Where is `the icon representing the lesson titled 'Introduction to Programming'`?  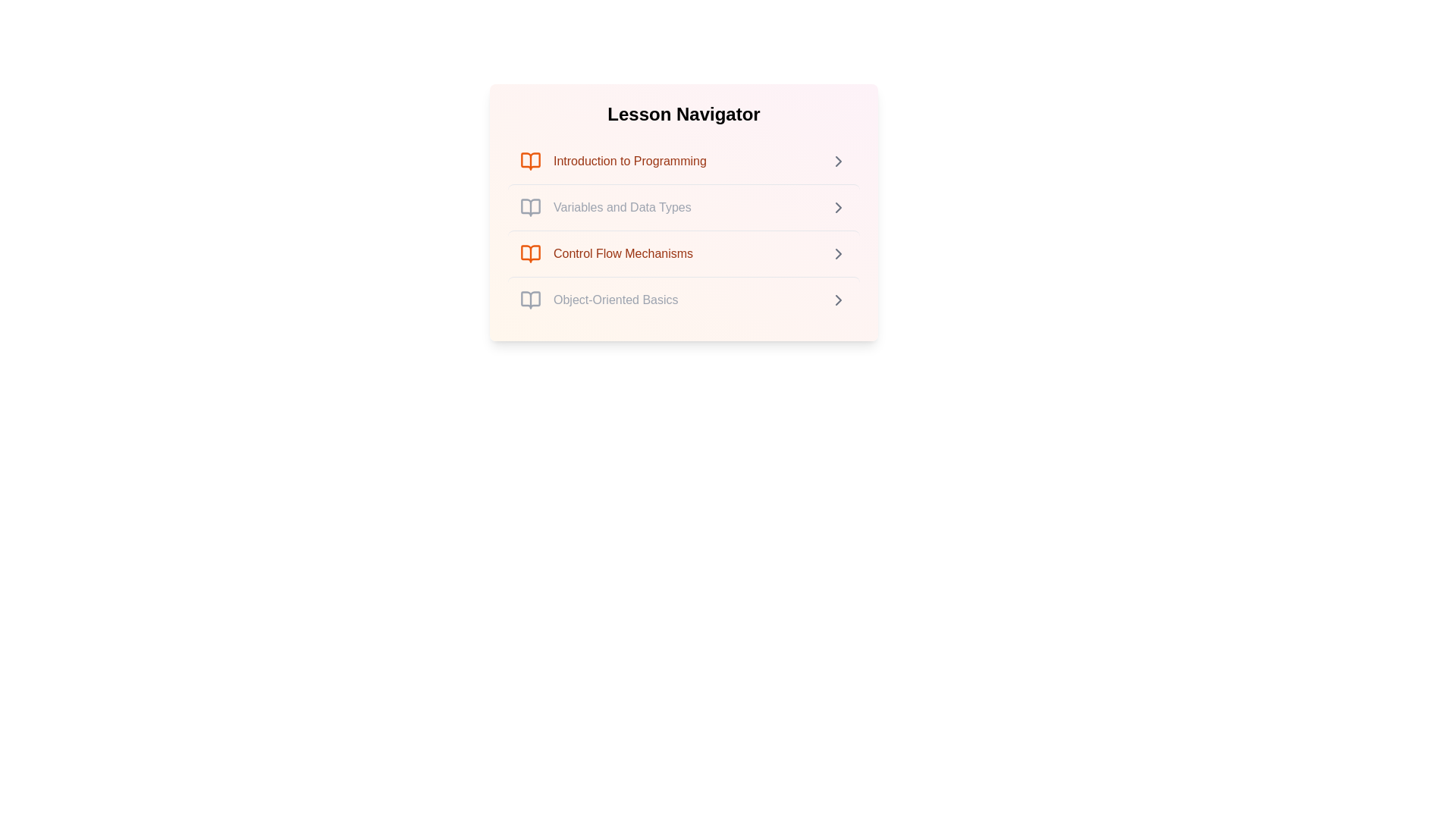 the icon representing the lesson titled 'Introduction to Programming' is located at coordinates (531, 161).